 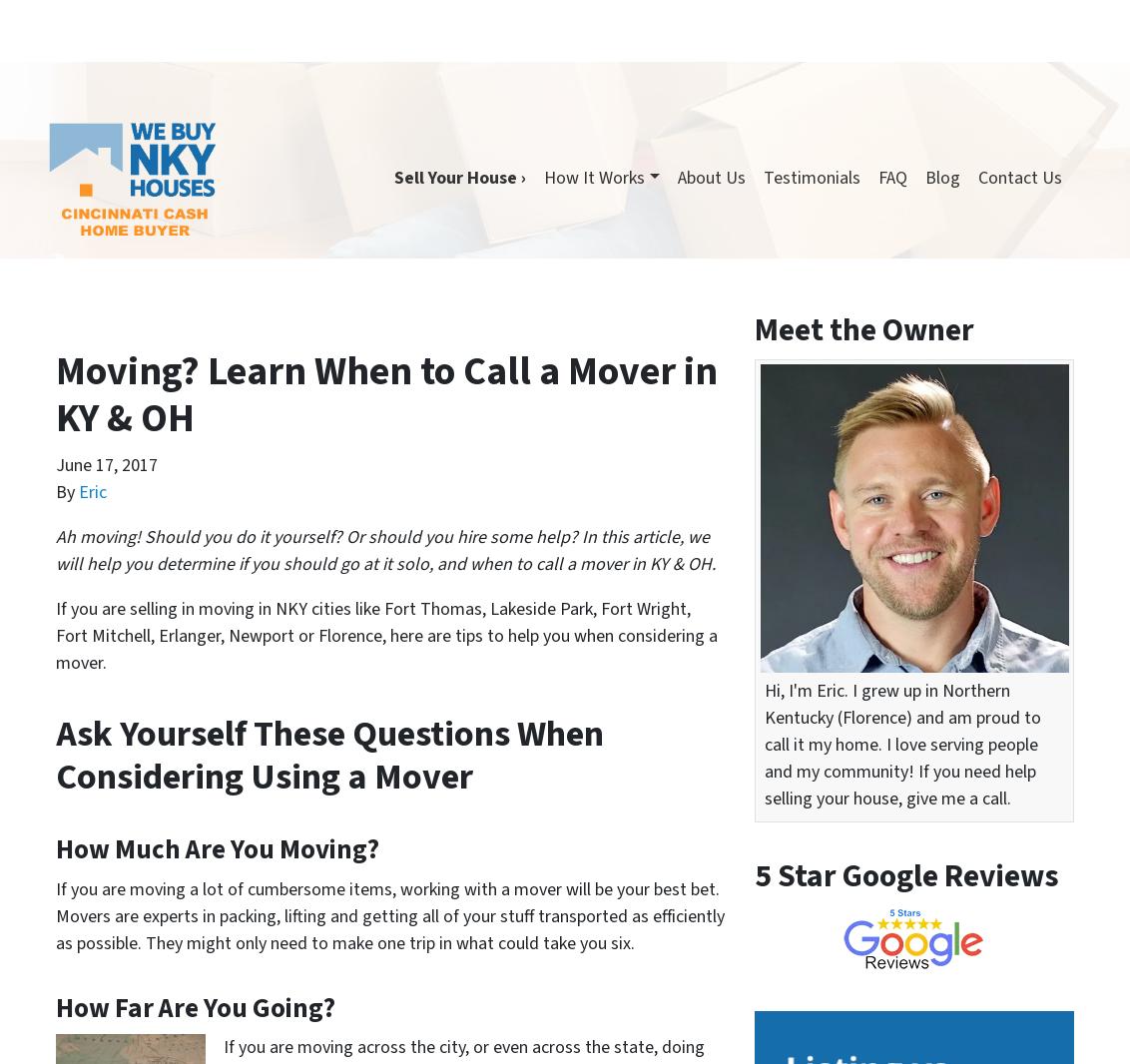 I want to click on 'Recent Posts', so click(x=753, y=303).